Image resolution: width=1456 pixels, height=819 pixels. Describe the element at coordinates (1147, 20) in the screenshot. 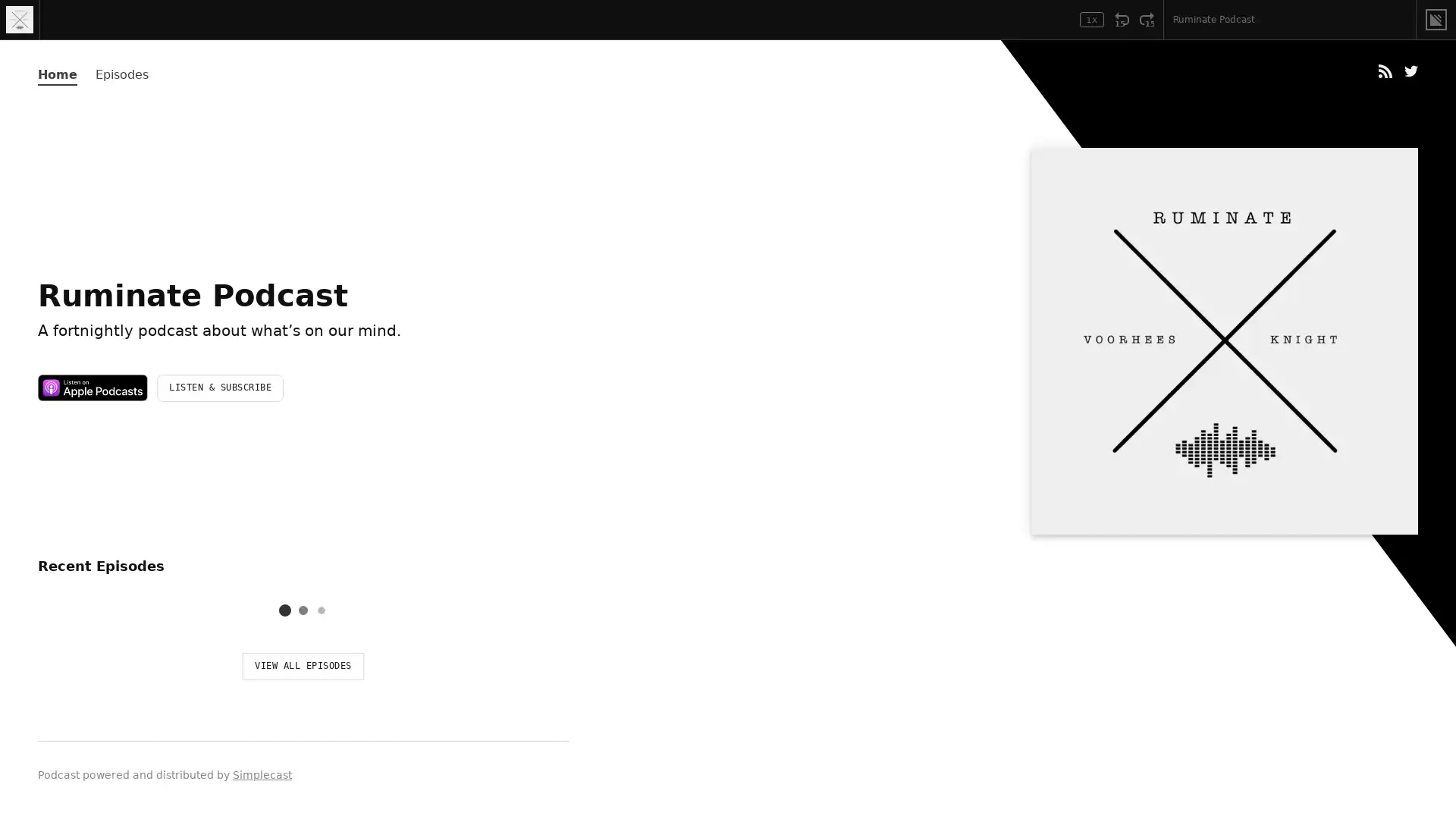

I see `Fast Forward 15 Seconds` at that location.